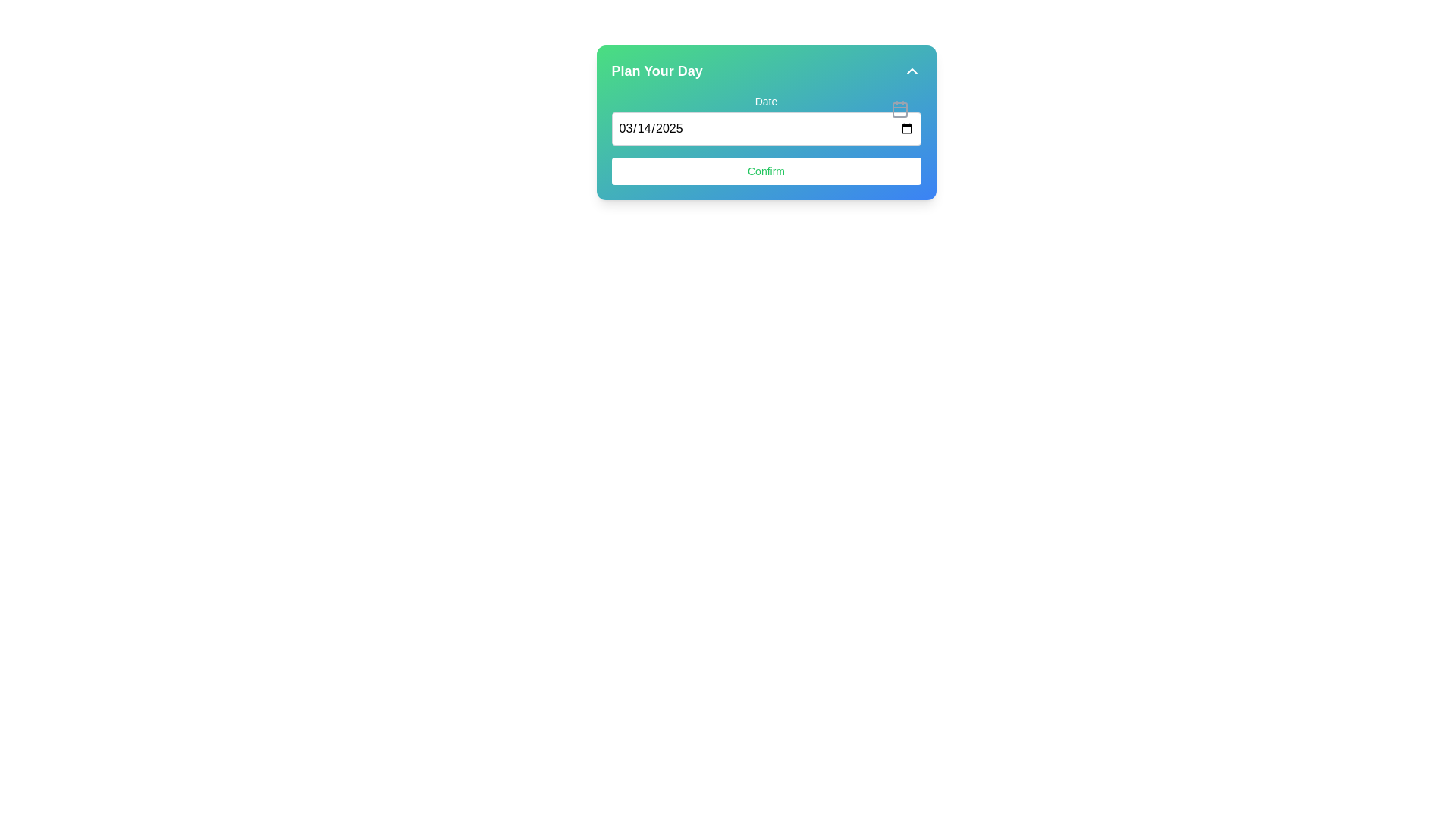 The image size is (1456, 819). I want to click on the SVG Rectangle that is part of the calendar icon located on the right side of the horizontal input field labeled 'Date', so click(899, 109).